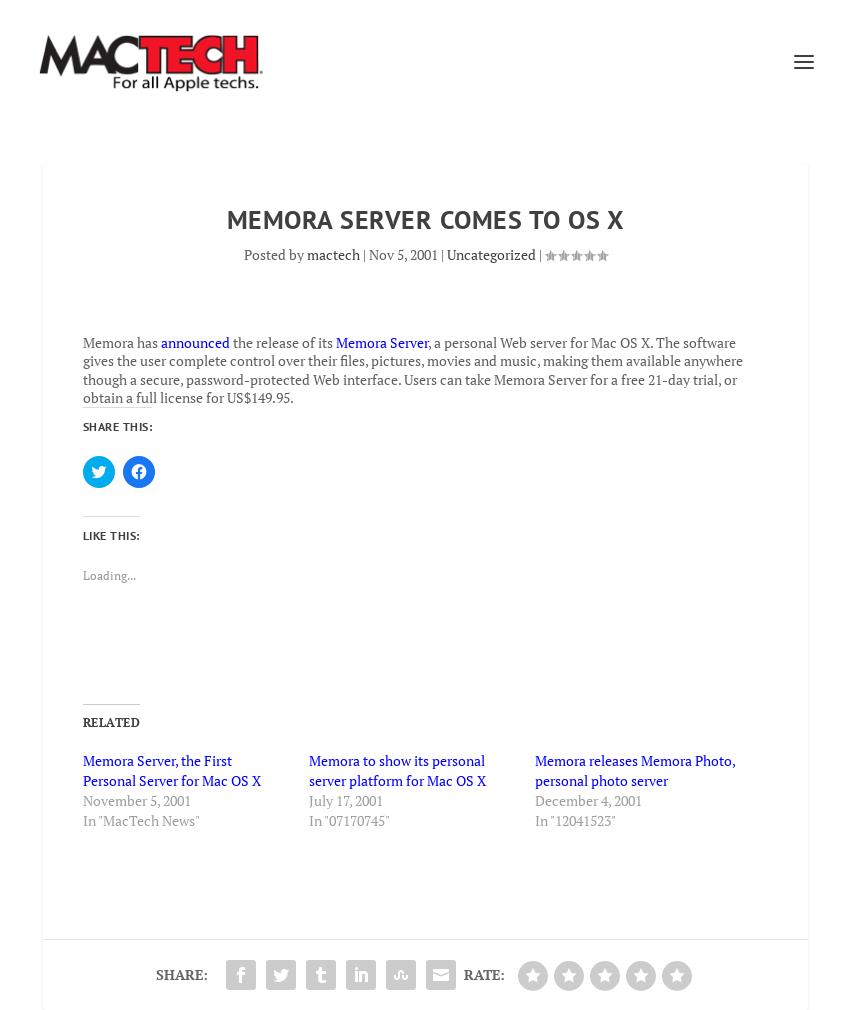 This screenshot has width=850, height=1010. Describe the element at coordinates (107, 573) in the screenshot. I see `'Loading...'` at that location.